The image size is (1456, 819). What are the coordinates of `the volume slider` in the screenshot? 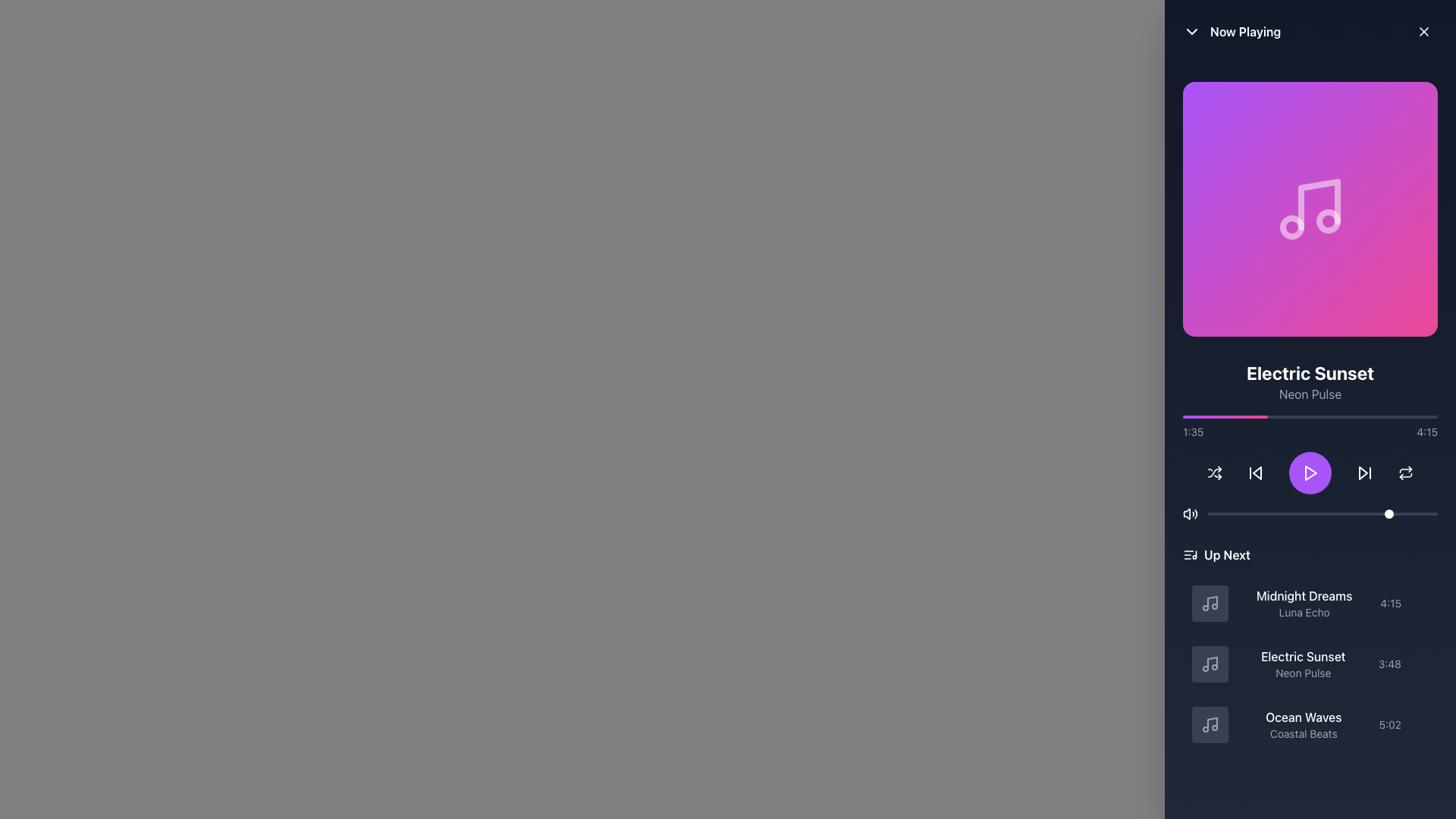 It's located at (1363, 513).